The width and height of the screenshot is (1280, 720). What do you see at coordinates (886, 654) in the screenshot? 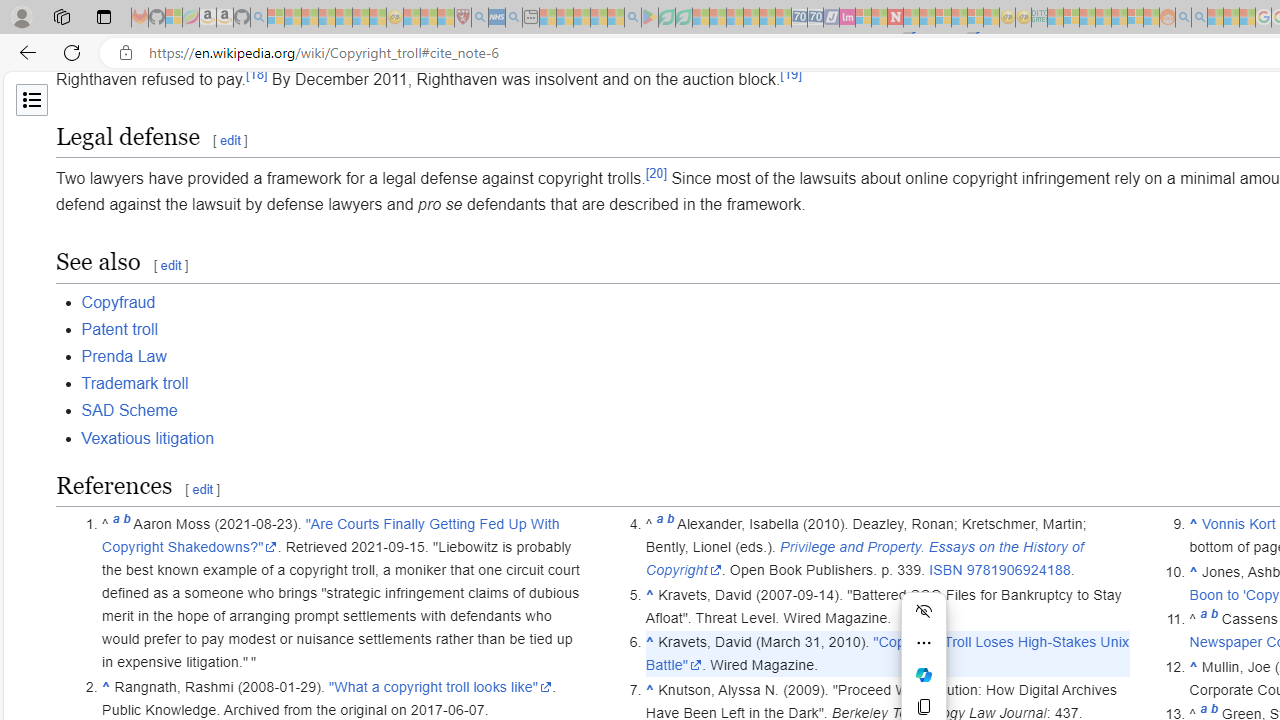
I see `'"Copyright Troll Loses High-Stakes Unix Battle"'` at bounding box center [886, 654].